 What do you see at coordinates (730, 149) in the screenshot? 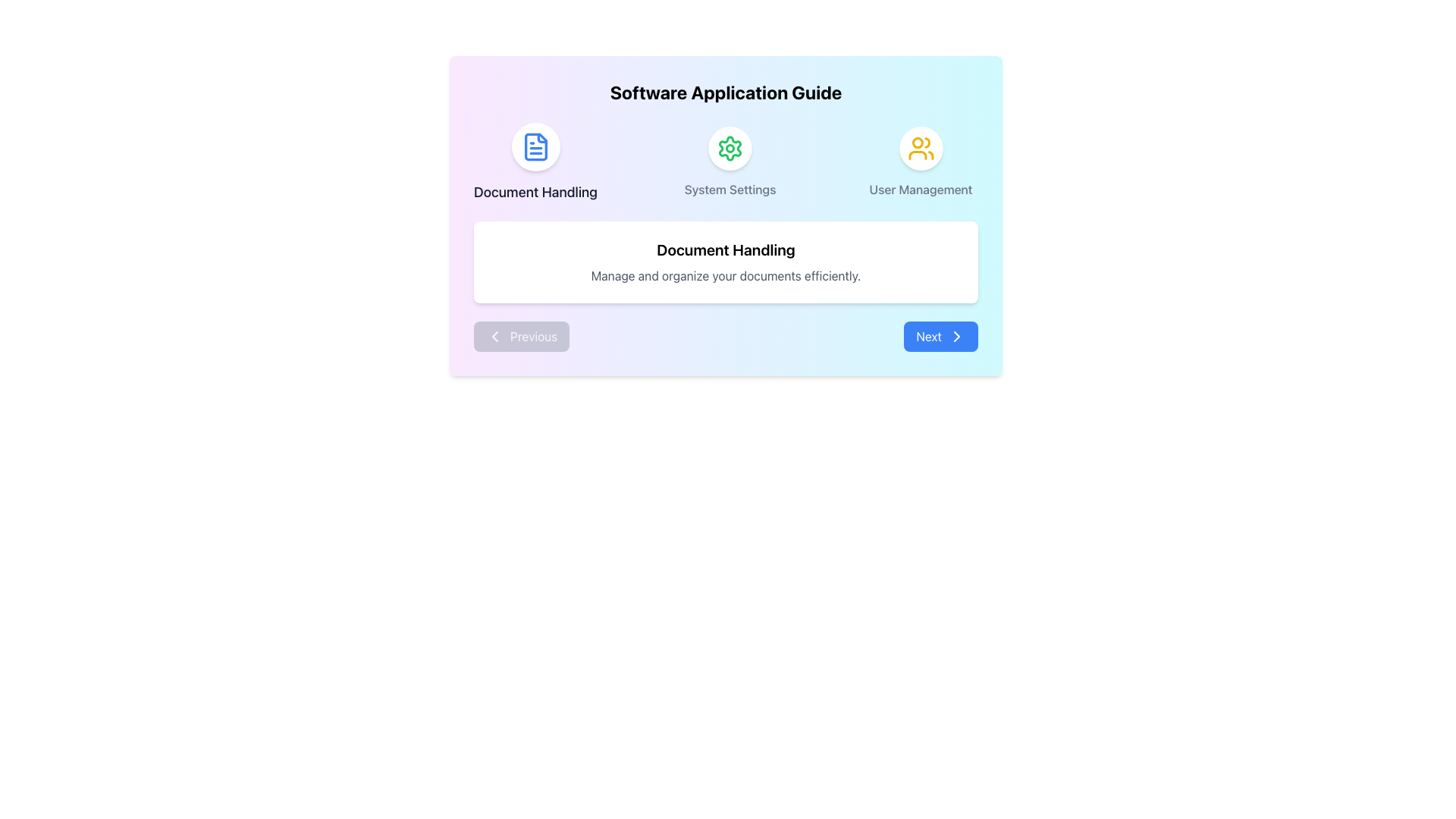
I see `the 'System Settings' icon button for keyboard navigation by targeting its center position` at bounding box center [730, 149].